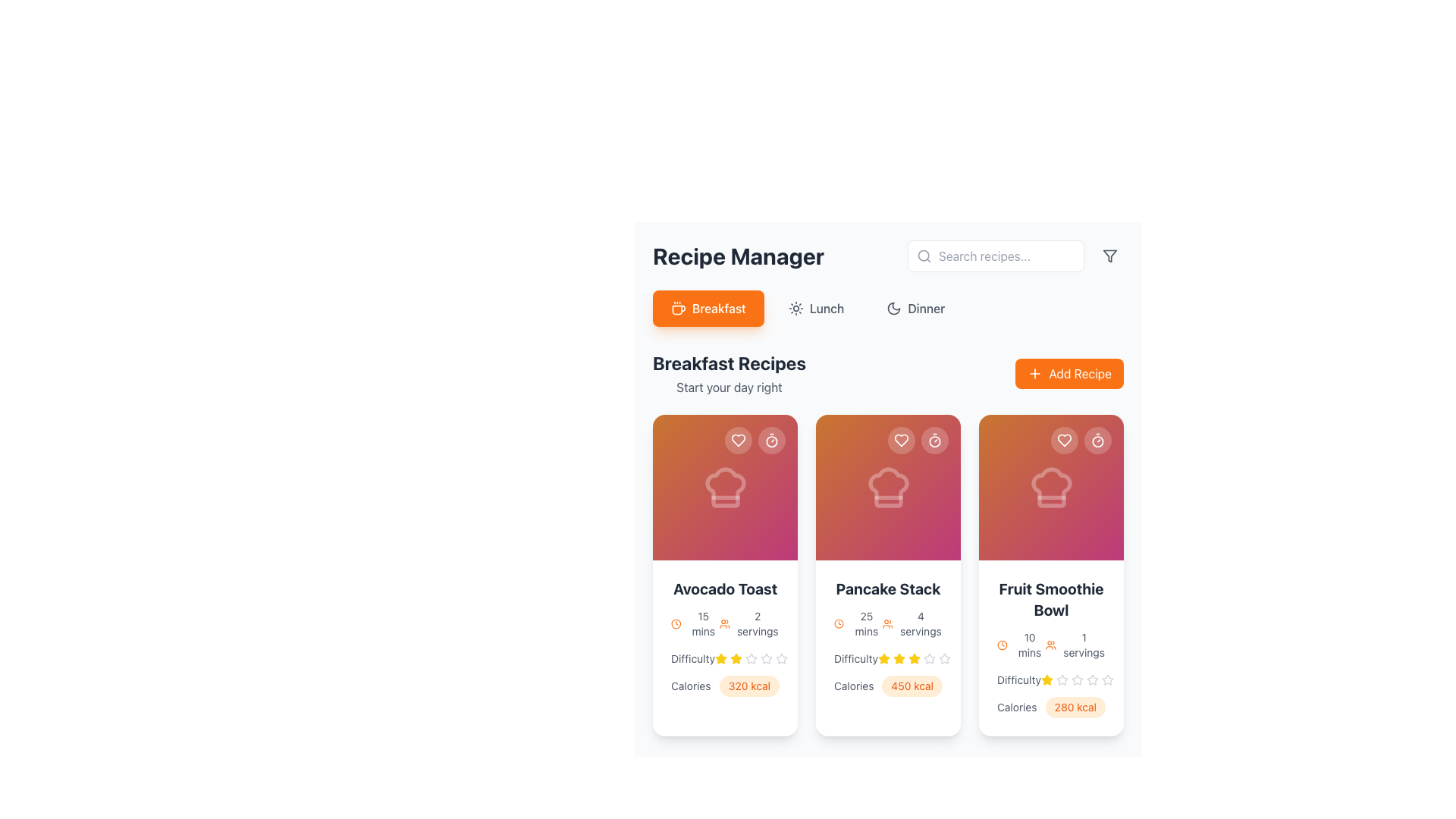 The height and width of the screenshot is (819, 1456). What do you see at coordinates (1019, 679) in the screenshot?
I see `the 'Difficulty' text label, which is styled in gray and located within the card layout for the 'Fruit Smoothie Bowl' recipe` at bounding box center [1019, 679].